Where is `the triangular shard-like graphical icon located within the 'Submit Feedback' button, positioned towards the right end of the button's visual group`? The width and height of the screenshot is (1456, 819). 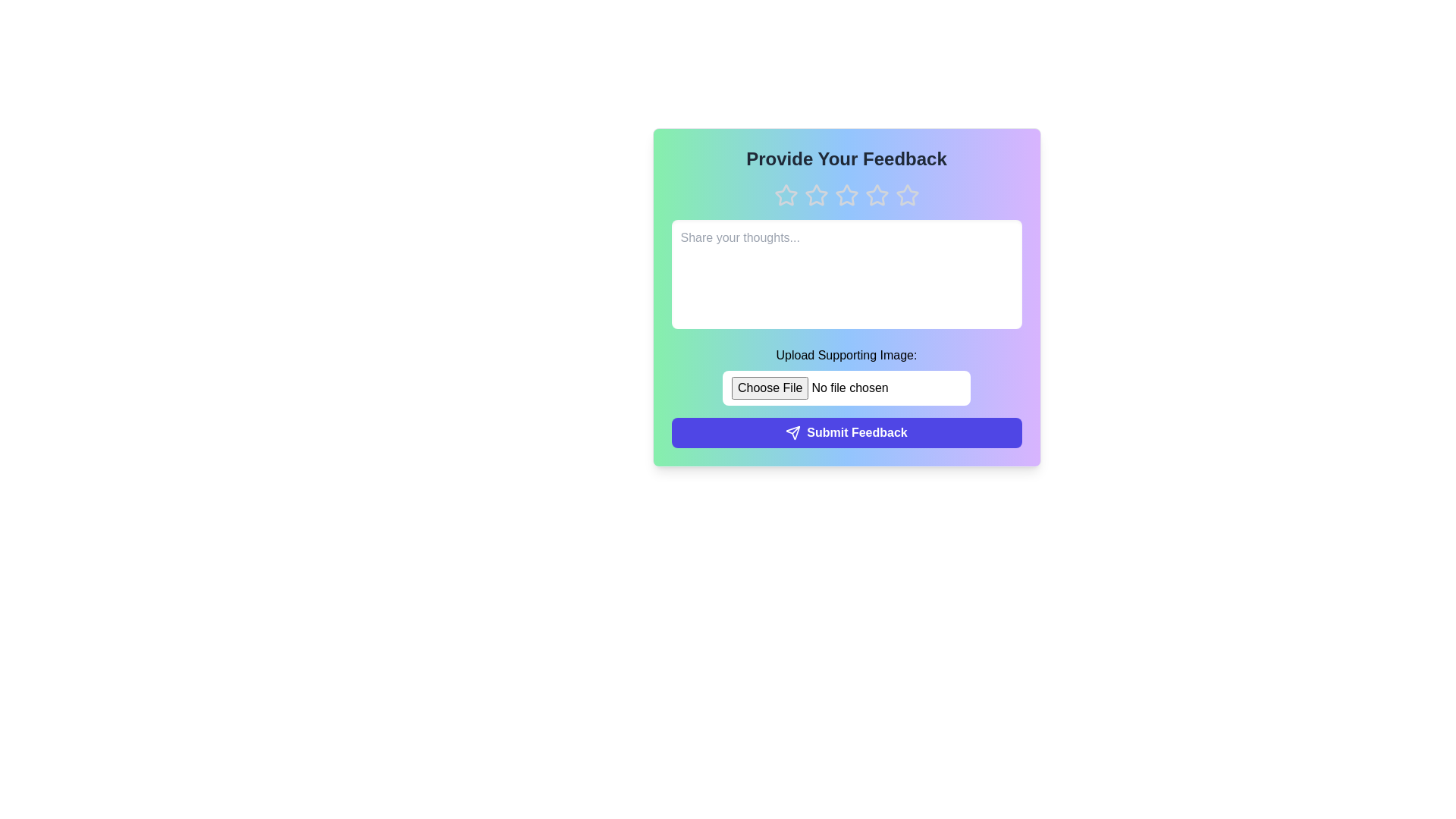 the triangular shard-like graphical icon located within the 'Submit Feedback' button, positioned towards the right end of the button's visual group is located at coordinates (792, 432).